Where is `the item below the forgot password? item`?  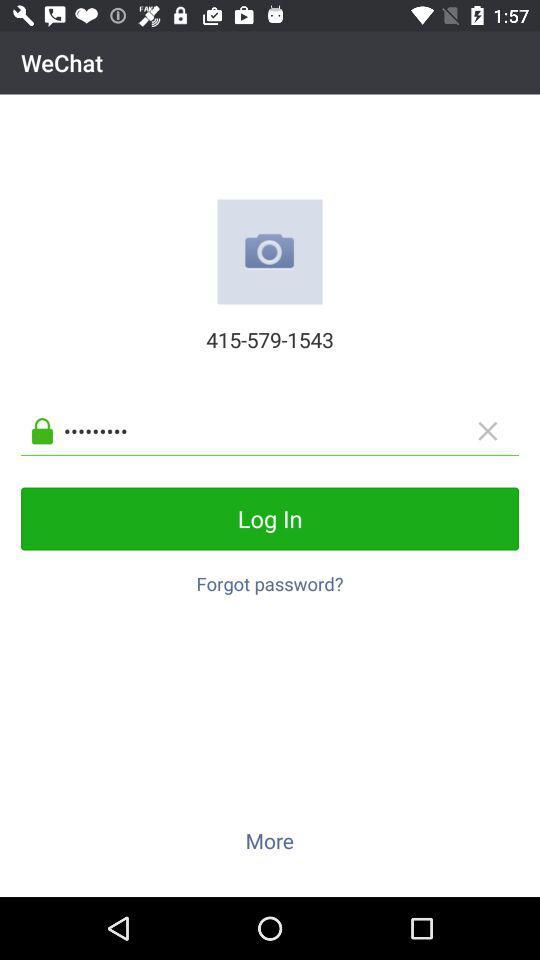
the item below the forgot password? item is located at coordinates (269, 840).